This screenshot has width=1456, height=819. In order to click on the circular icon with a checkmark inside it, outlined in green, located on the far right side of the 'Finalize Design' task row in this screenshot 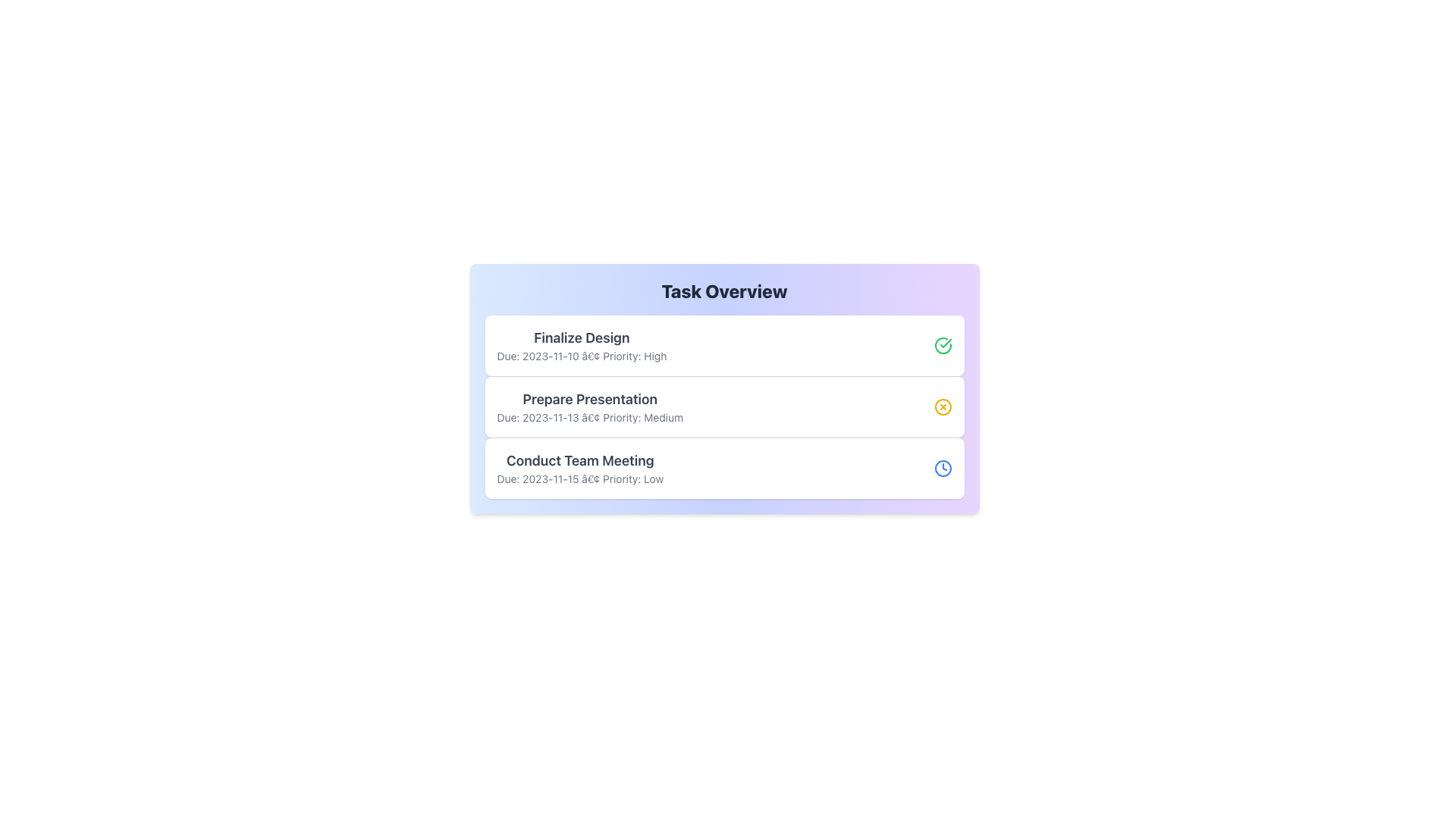, I will do `click(942, 345)`.